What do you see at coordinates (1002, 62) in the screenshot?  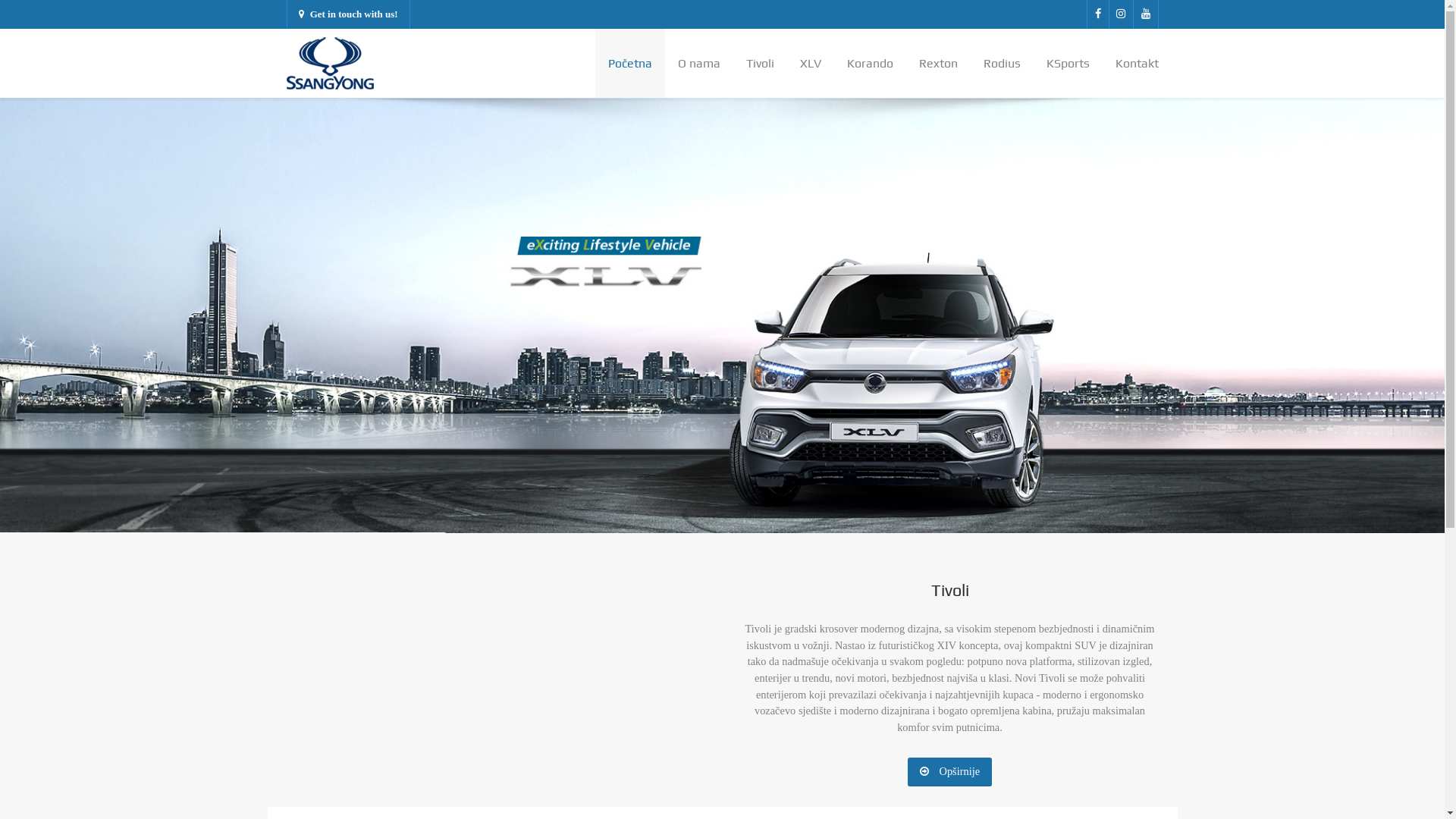 I see `'Rodius'` at bounding box center [1002, 62].